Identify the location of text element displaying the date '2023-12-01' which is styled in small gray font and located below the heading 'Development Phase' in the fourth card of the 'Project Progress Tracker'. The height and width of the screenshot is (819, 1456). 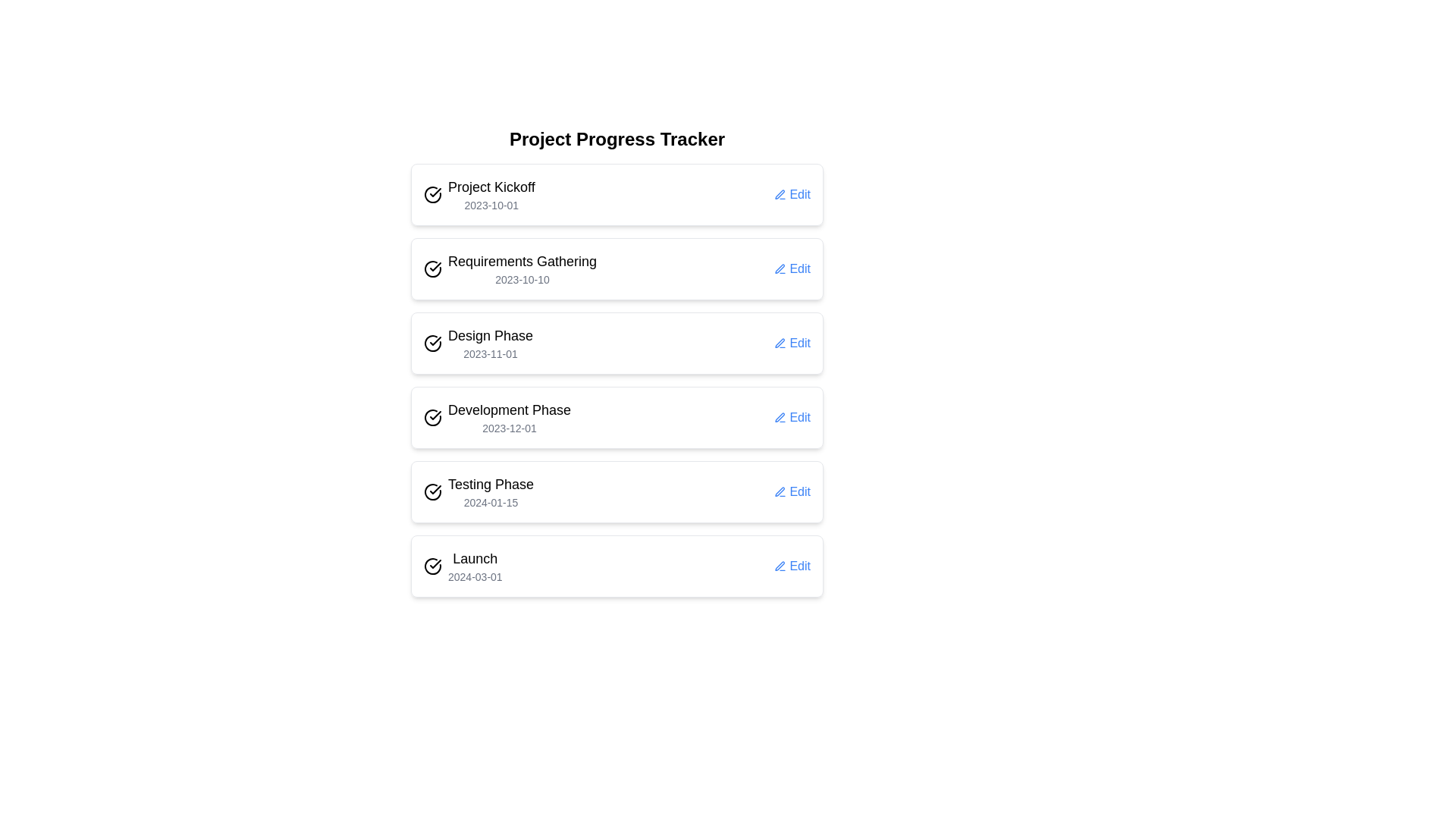
(510, 428).